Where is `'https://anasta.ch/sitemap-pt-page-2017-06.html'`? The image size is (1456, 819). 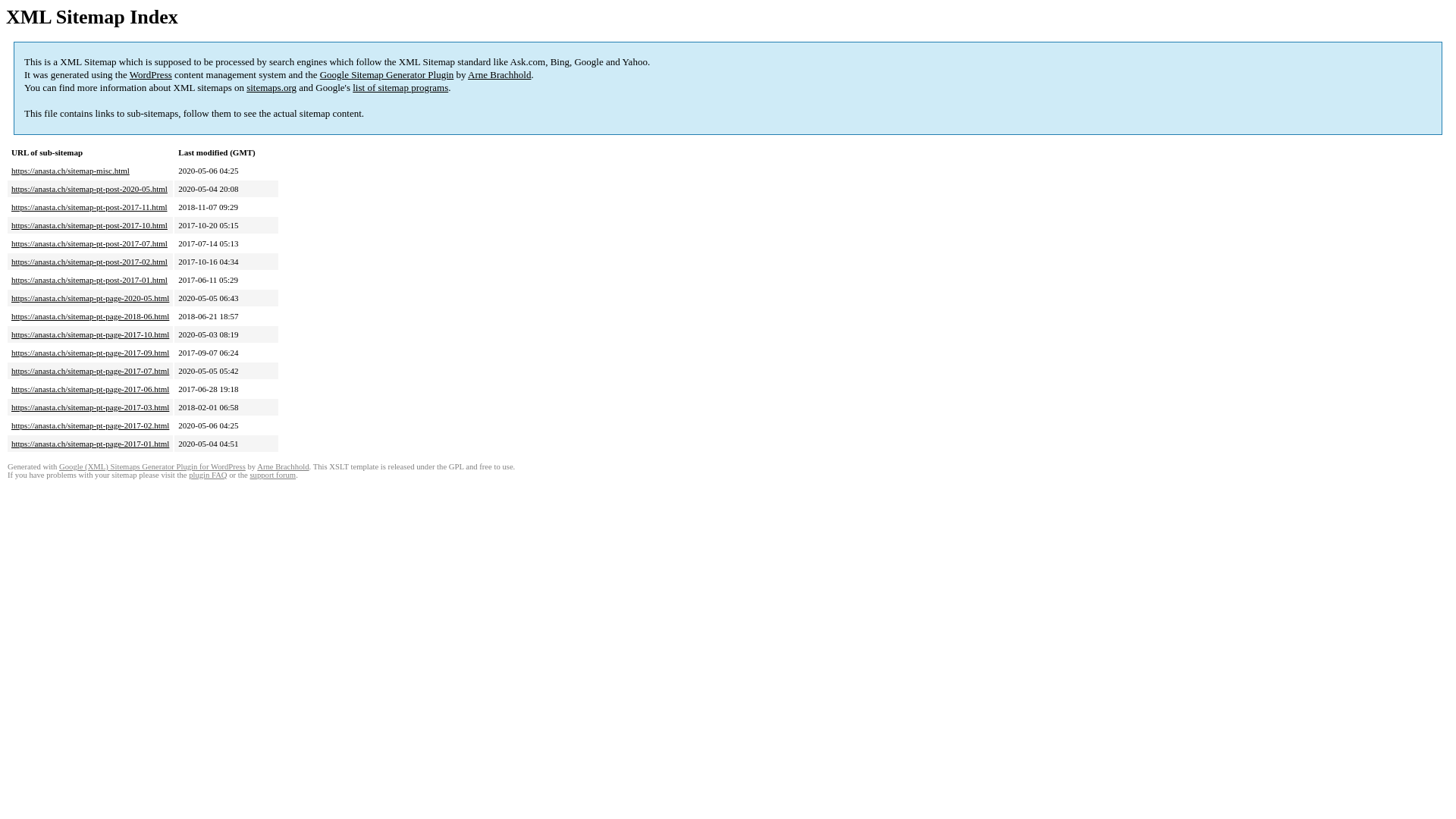 'https://anasta.ch/sitemap-pt-page-2017-06.html' is located at coordinates (89, 388).